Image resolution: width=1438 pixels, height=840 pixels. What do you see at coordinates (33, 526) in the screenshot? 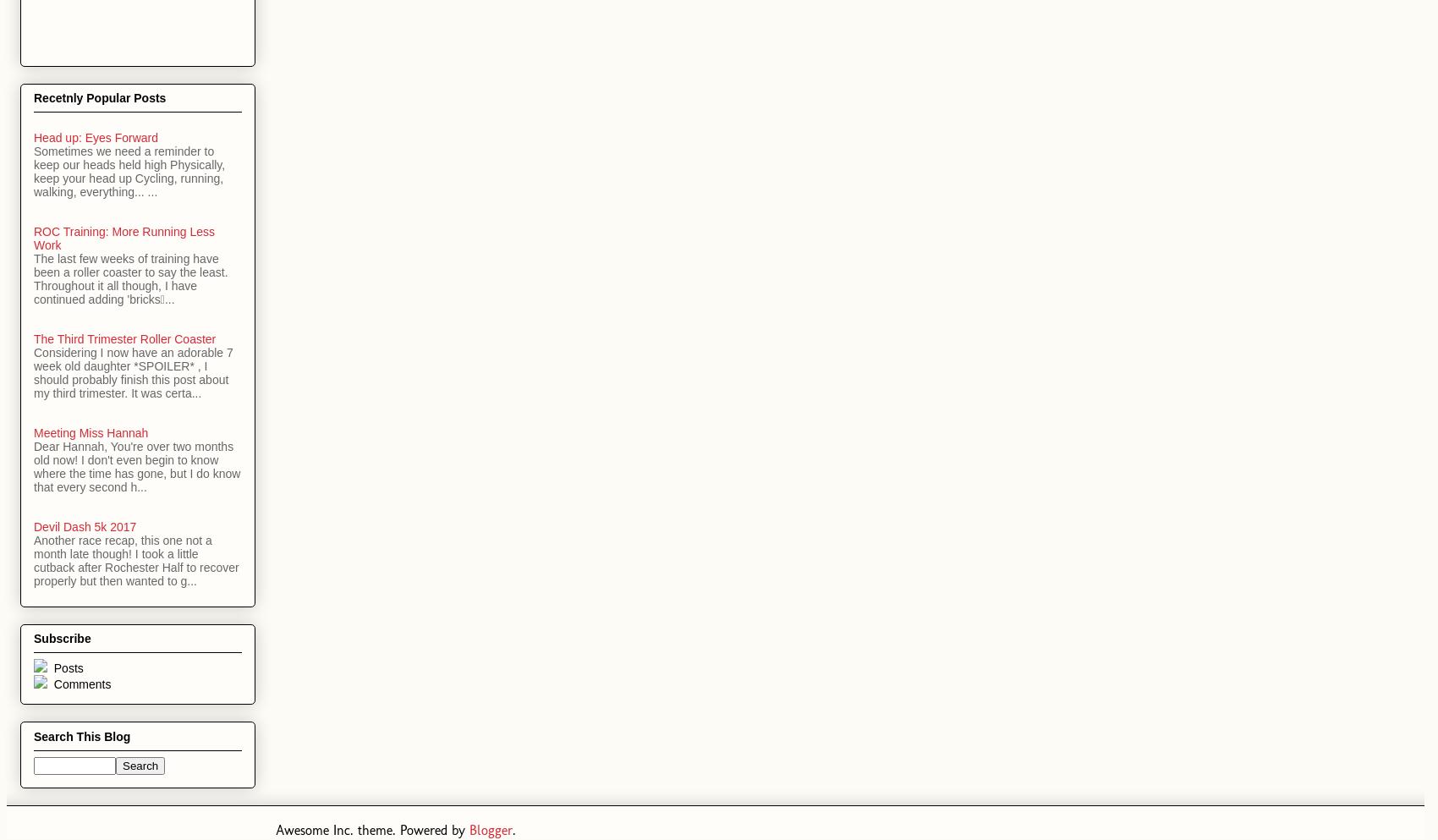
I see `'Devil Dash 5k 2017'` at bounding box center [33, 526].